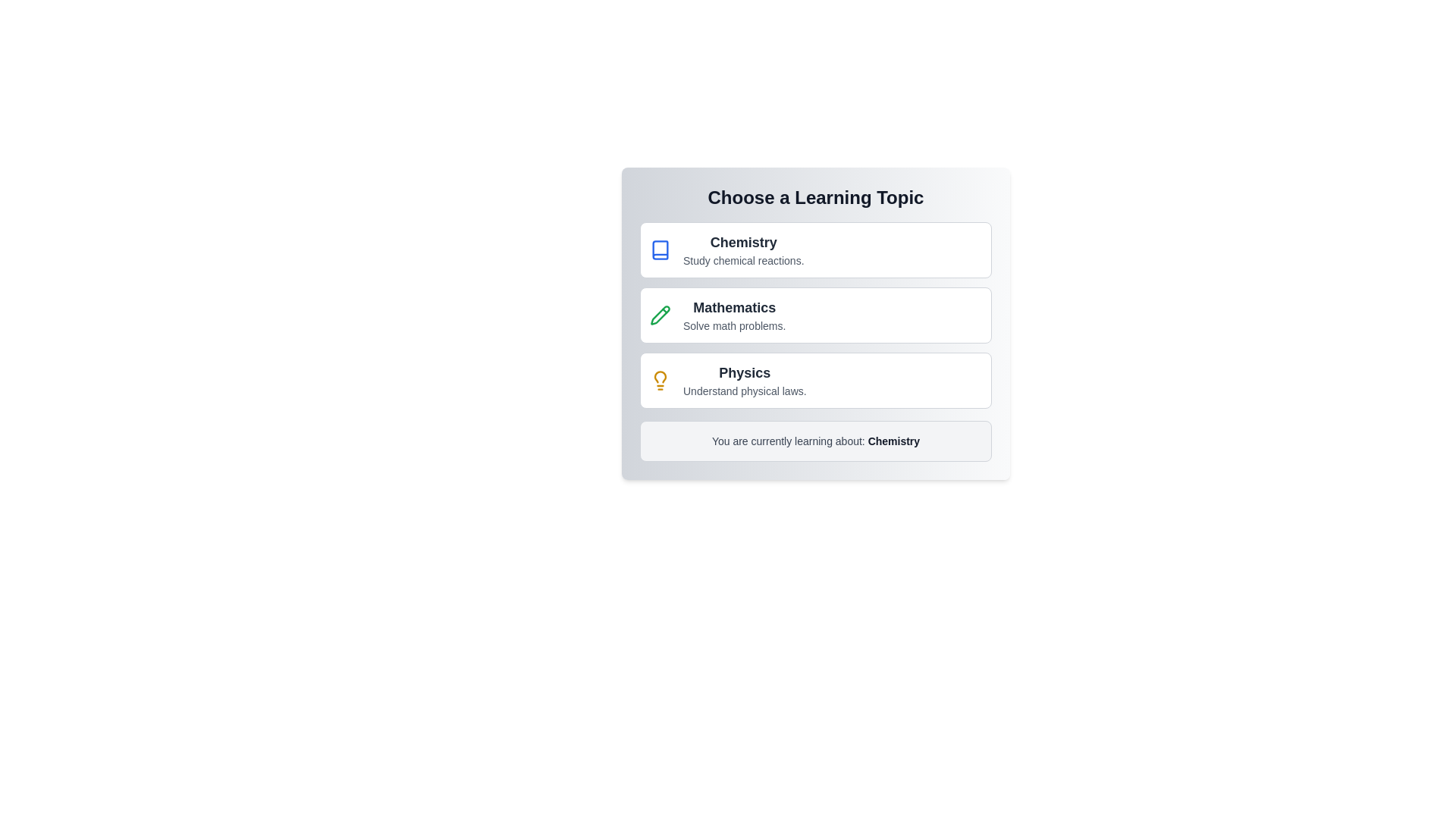 The height and width of the screenshot is (819, 1456). Describe the element at coordinates (745, 373) in the screenshot. I see `text label titled 'Physics', which is the third item in a vertical list of learning topics, prominently styled with a bold font and dark gray color` at that location.